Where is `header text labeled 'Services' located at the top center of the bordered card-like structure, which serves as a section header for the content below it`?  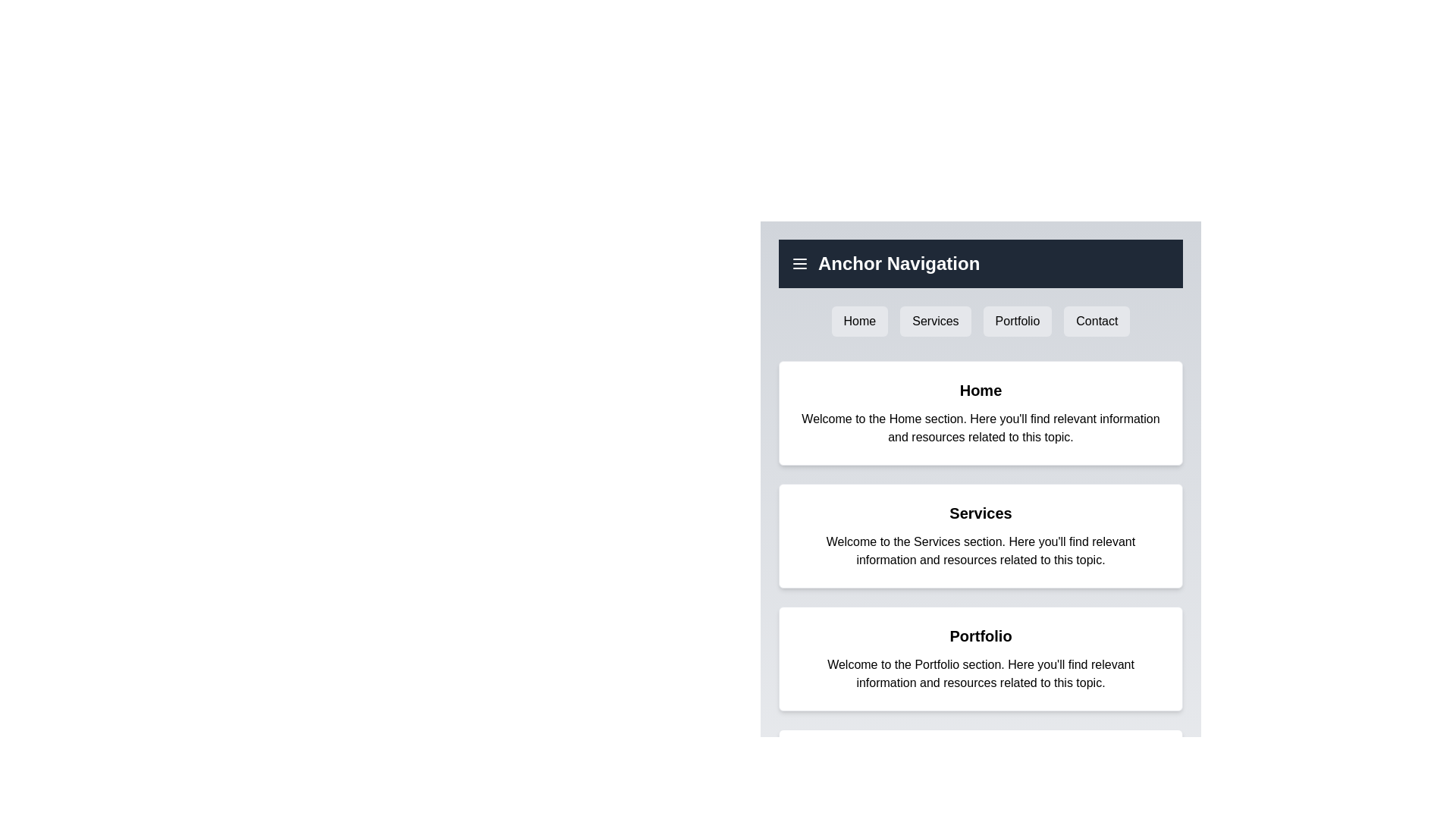 header text labeled 'Services' located at the top center of the bordered card-like structure, which serves as a section header for the content below it is located at coordinates (981, 513).